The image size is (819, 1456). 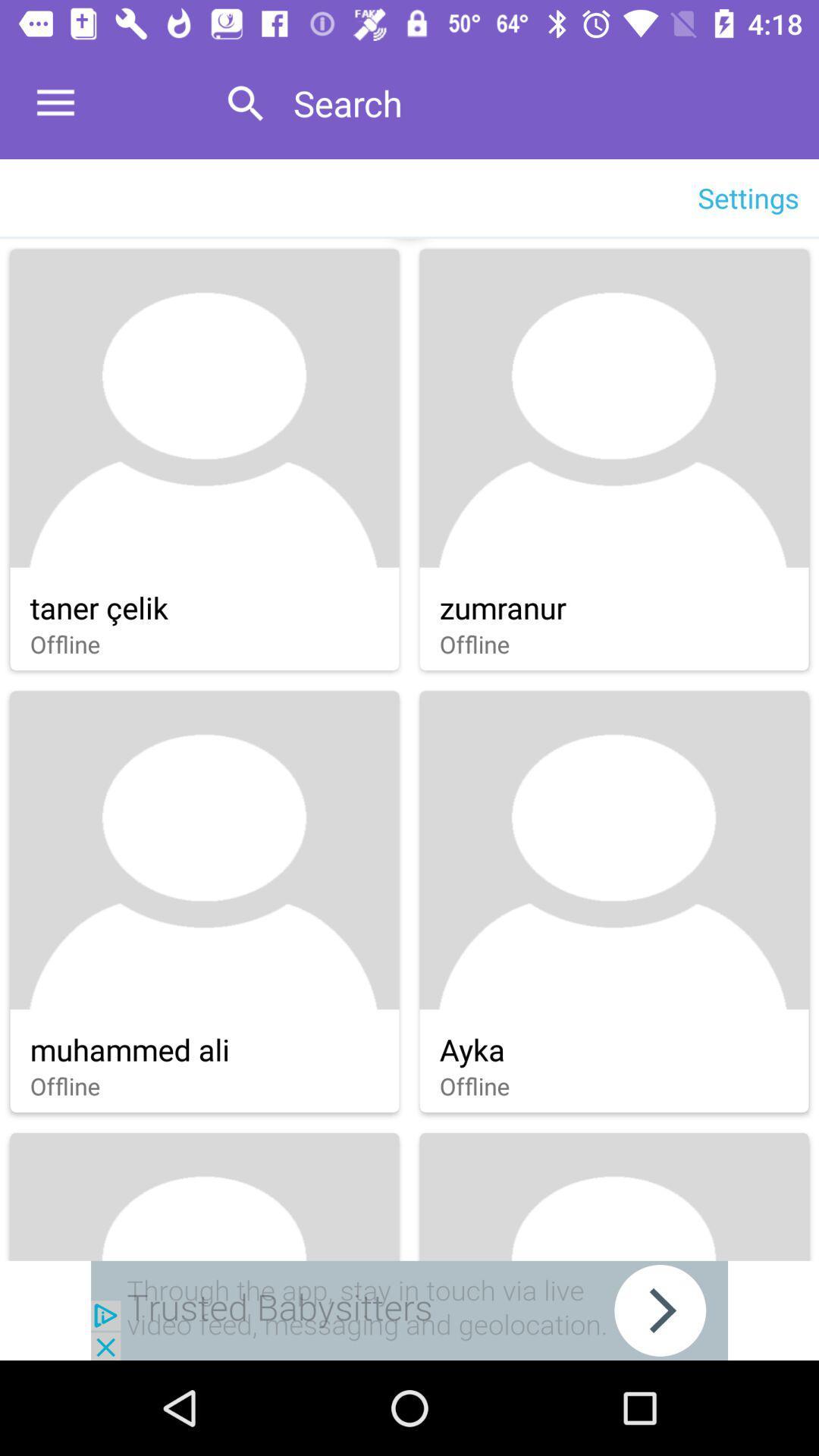 What do you see at coordinates (409, 1310) in the screenshot?
I see `see babysitters` at bounding box center [409, 1310].